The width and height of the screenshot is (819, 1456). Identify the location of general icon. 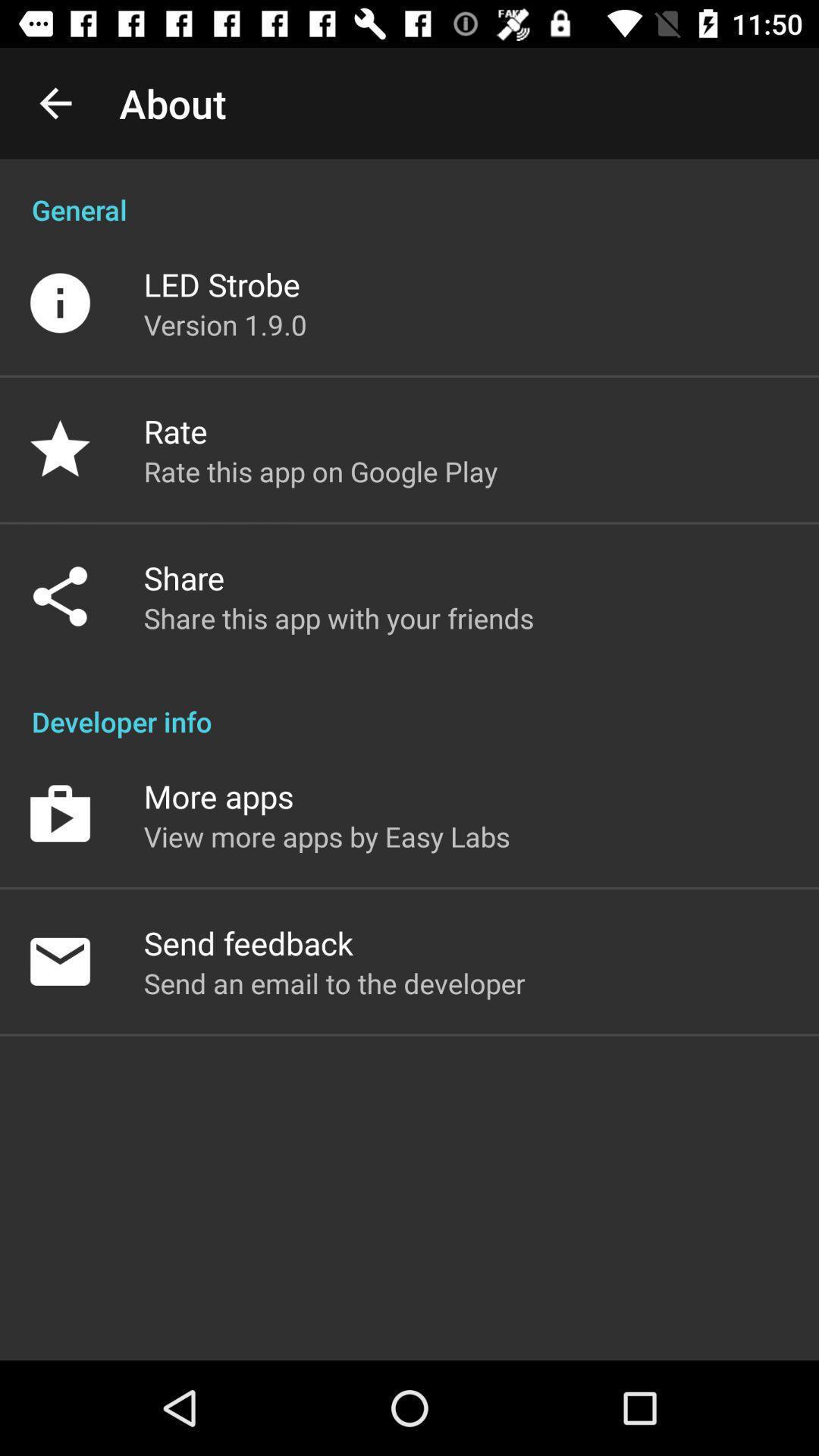
(409, 193).